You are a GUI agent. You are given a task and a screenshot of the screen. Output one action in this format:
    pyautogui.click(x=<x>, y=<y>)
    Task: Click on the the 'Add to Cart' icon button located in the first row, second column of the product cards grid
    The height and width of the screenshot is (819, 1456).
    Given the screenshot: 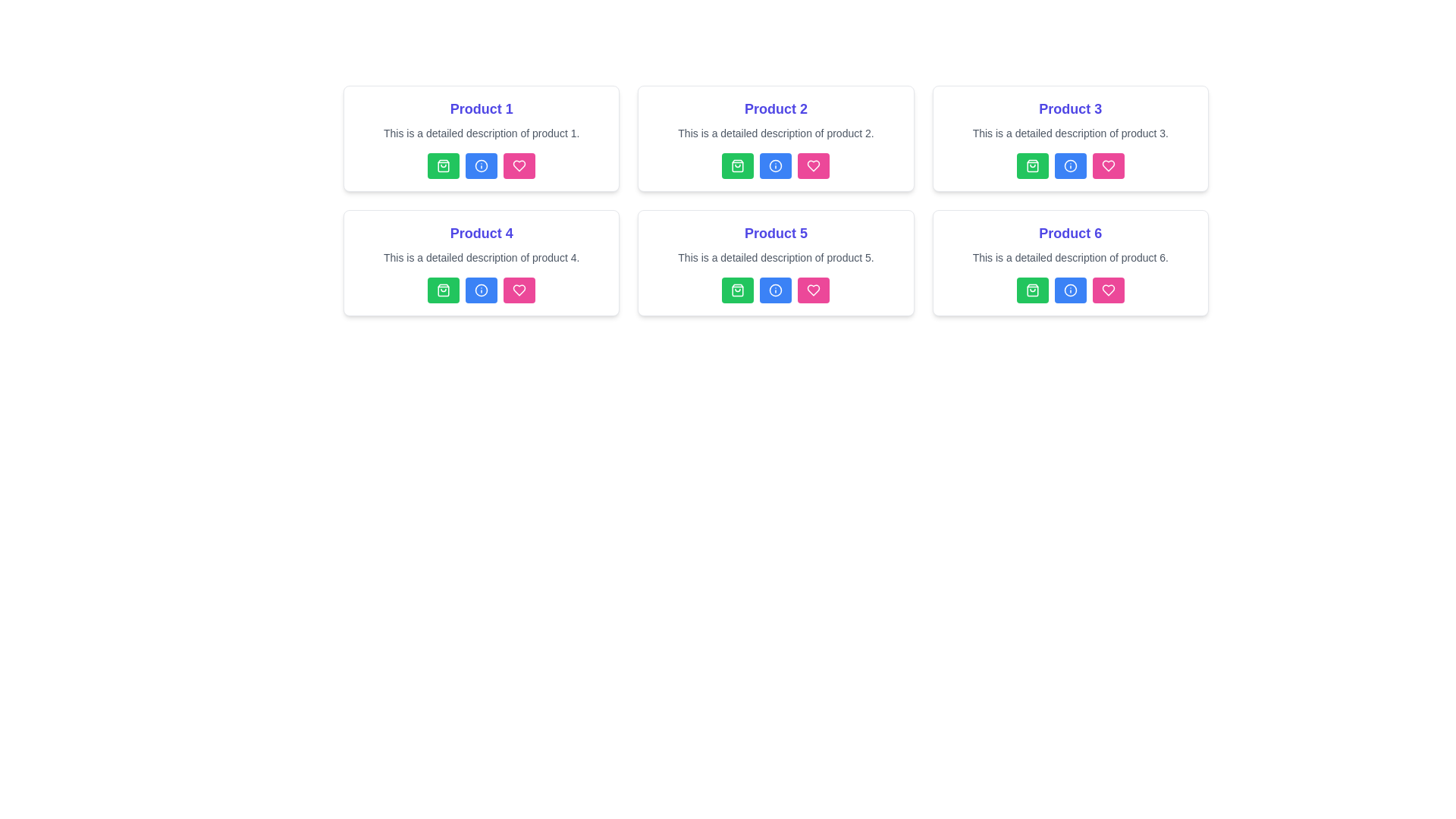 What is the action you would take?
    pyautogui.click(x=738, y=166)
    